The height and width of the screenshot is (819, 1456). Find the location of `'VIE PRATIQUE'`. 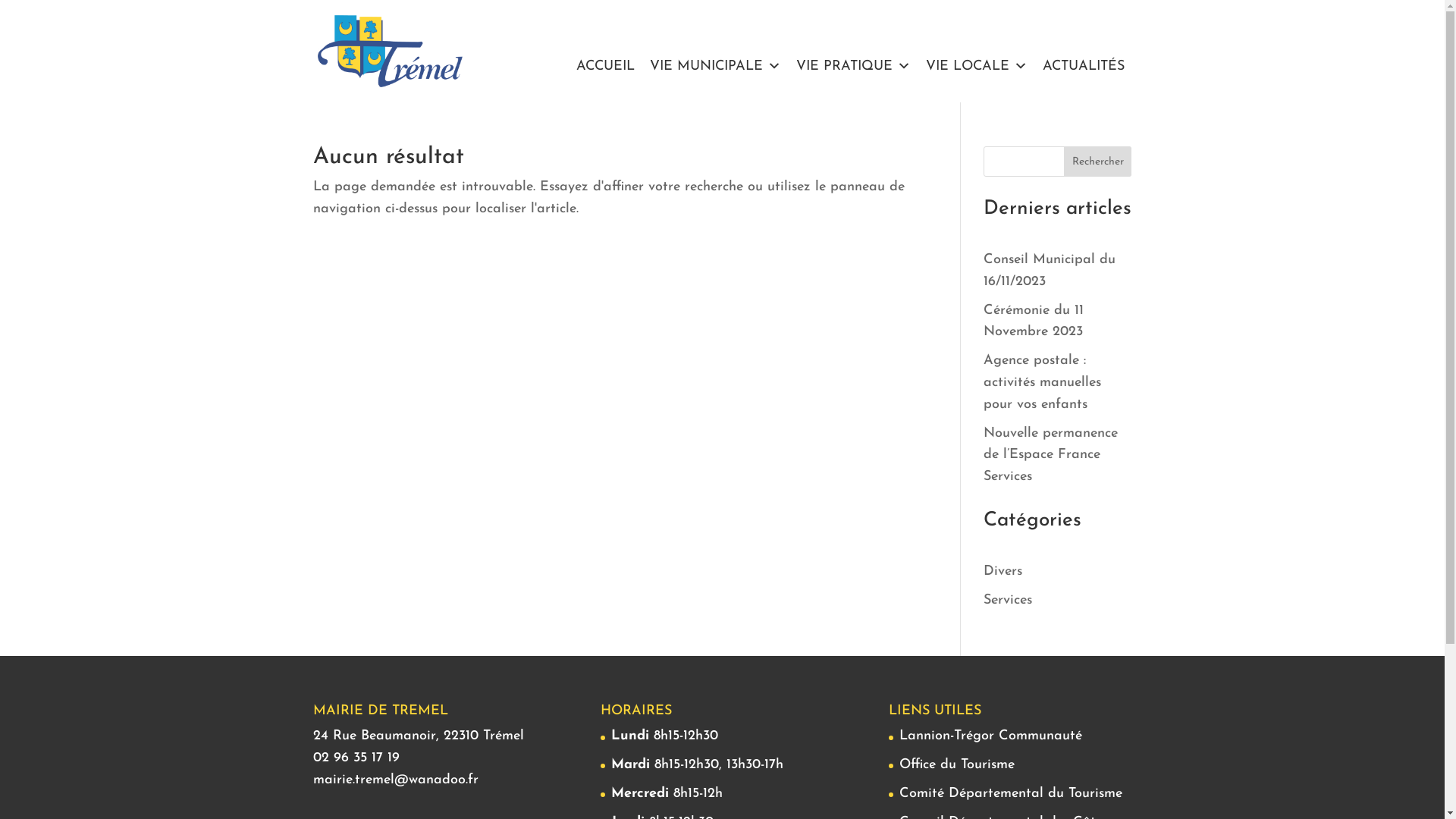

'VIE PRATIQUE' is located at coordinates (853, 65).